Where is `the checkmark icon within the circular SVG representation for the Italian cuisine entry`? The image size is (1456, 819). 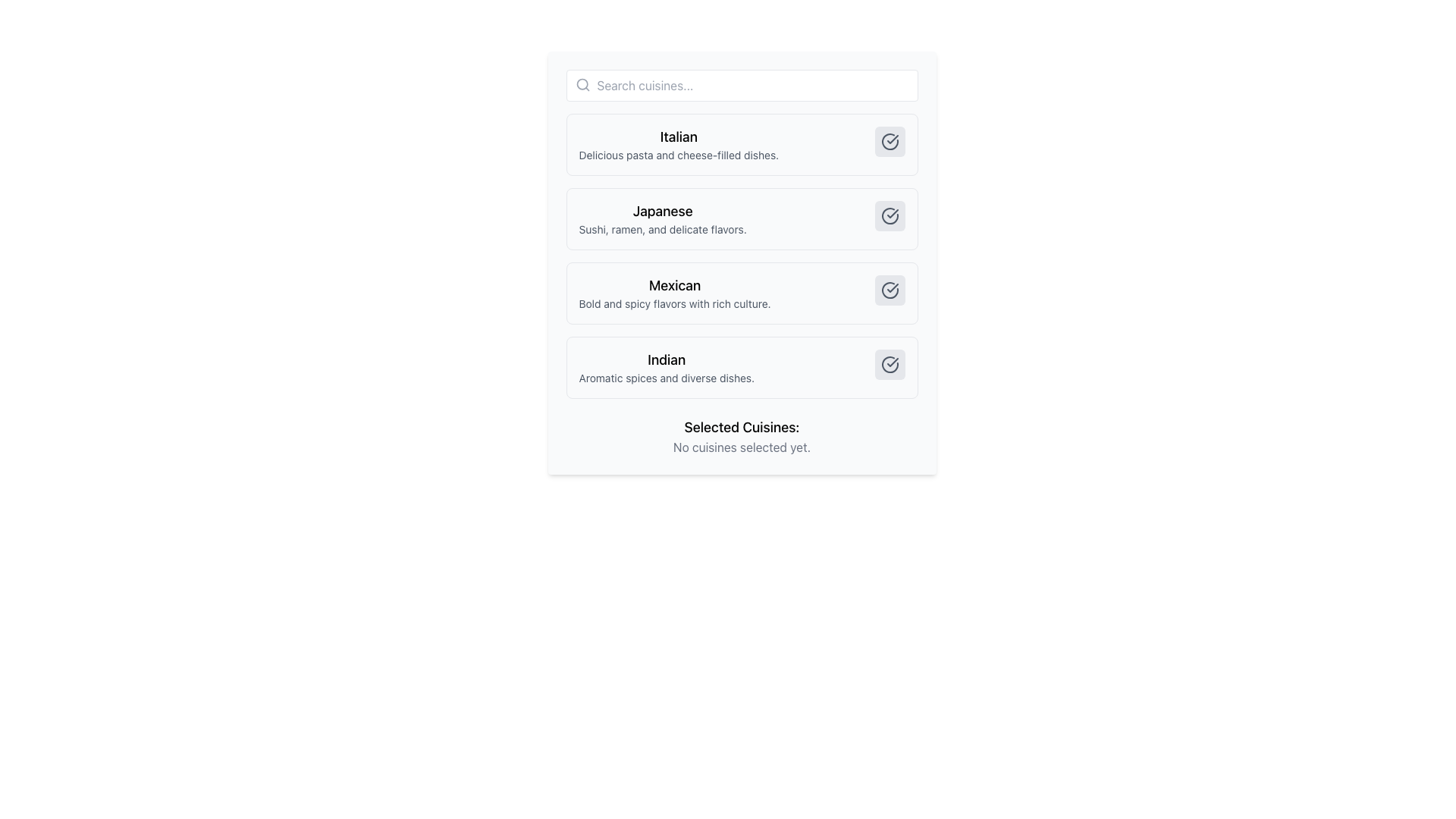
the checkmark icon within the circular SVG representation for the Italian cuisine entry is located at coordinates (892, 140).